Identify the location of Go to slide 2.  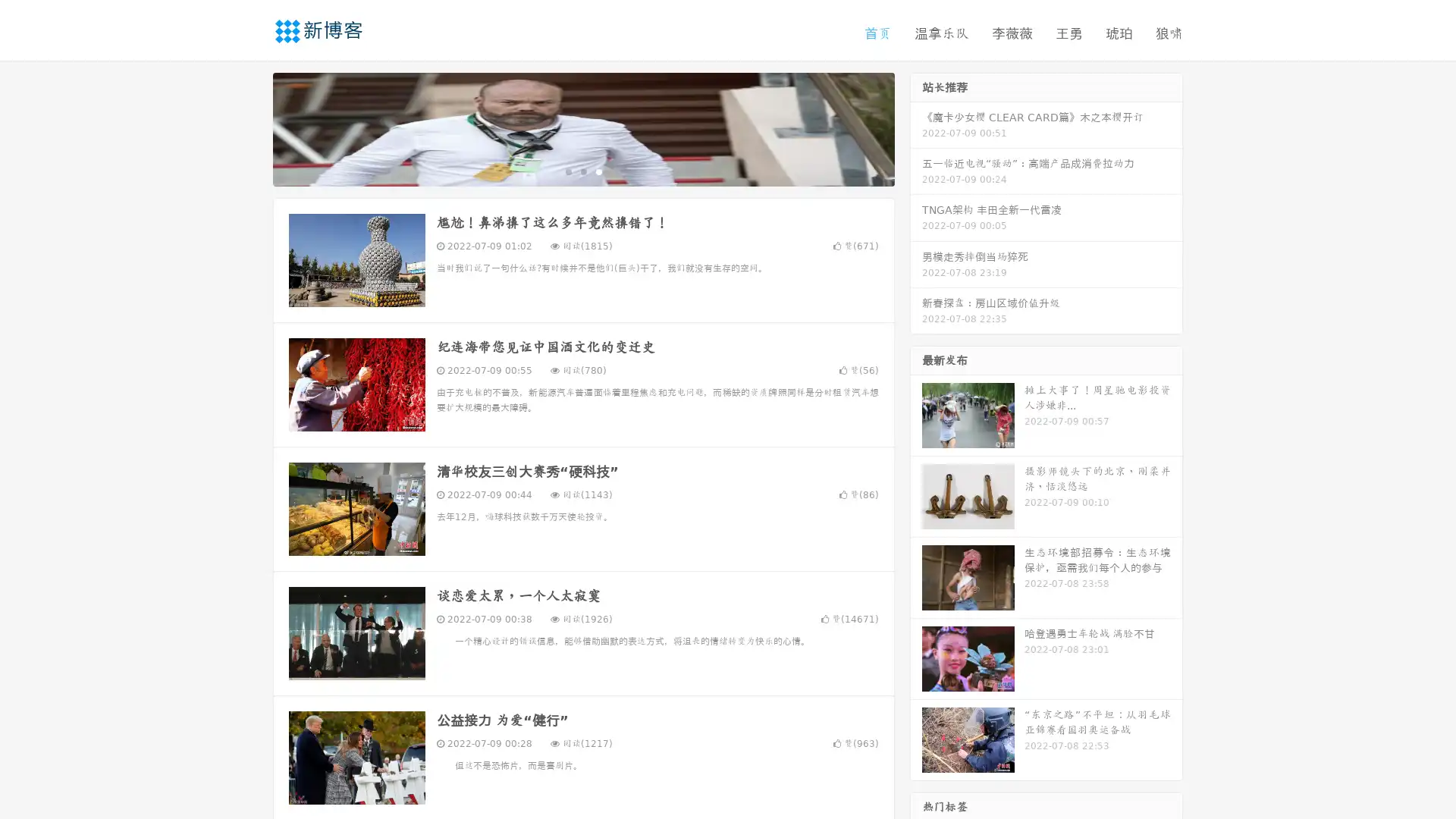
(582, 171).